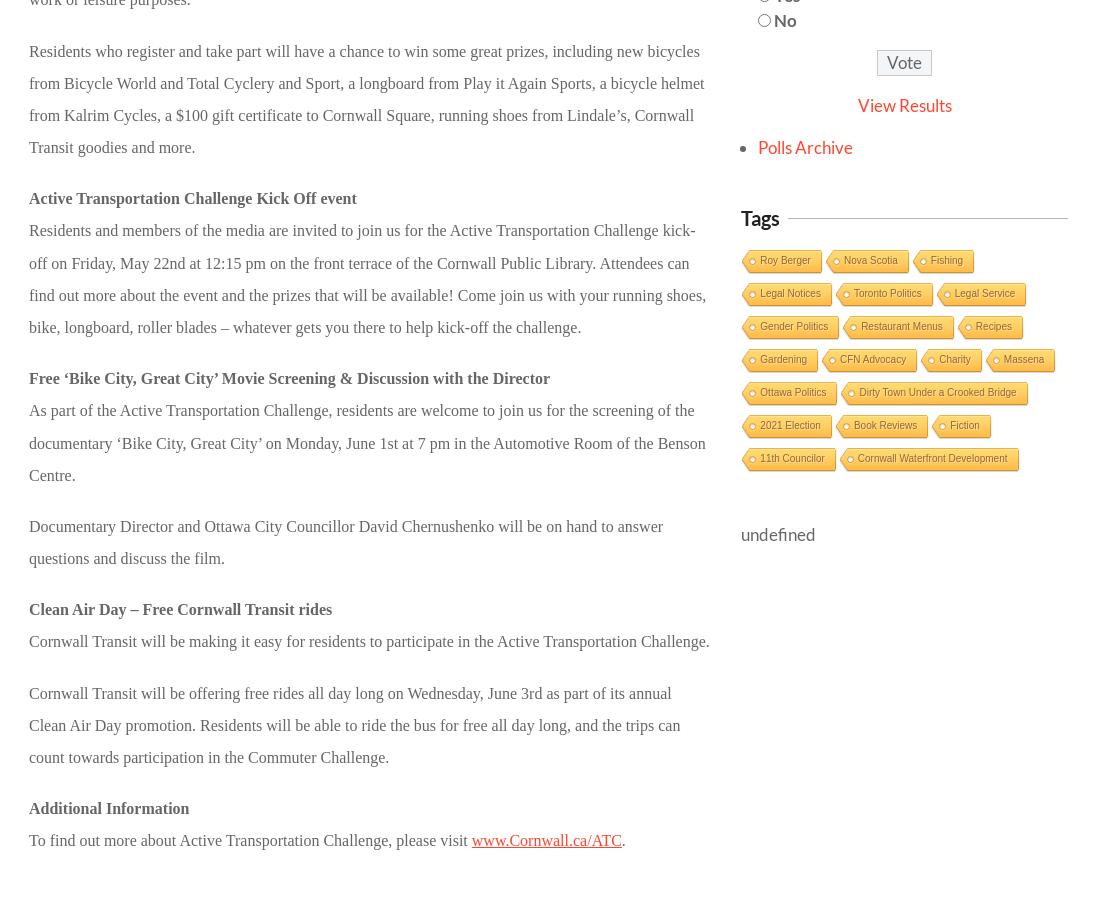  Describe the element at coordinates (473, 691) in the screenshot. I see `'Wednesday, June 3rd'` at that location.